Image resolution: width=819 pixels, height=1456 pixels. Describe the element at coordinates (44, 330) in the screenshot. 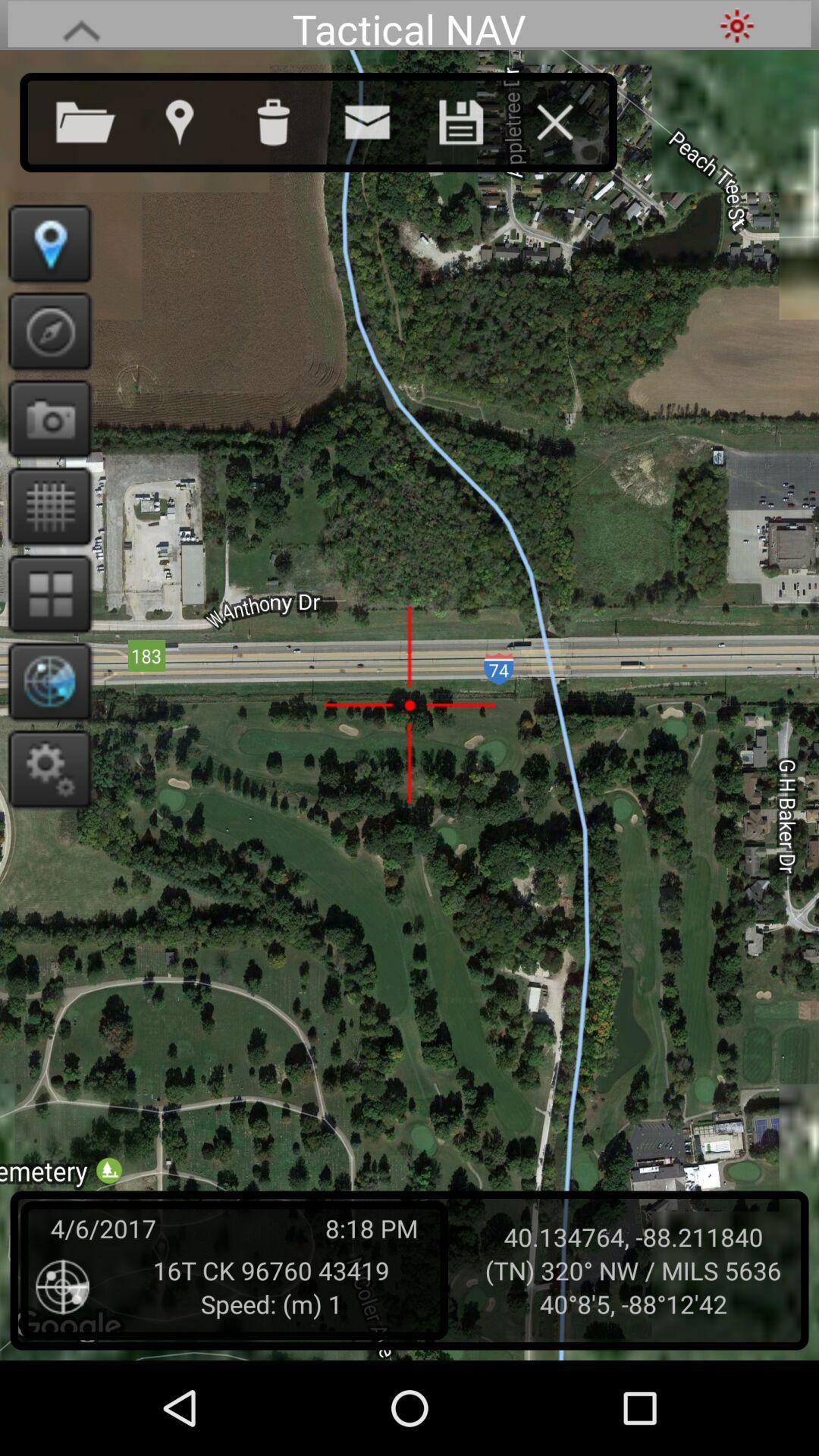

I see `locate option` at that location.